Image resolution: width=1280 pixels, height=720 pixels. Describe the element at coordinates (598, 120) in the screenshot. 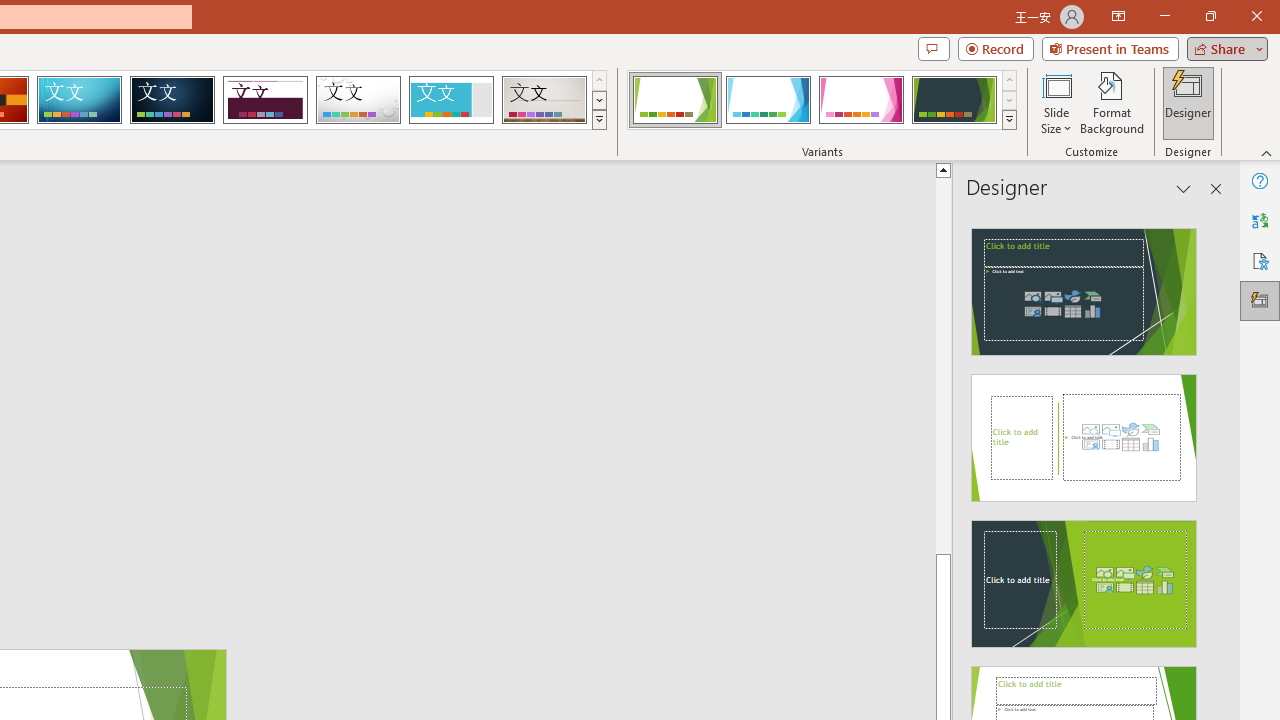

I see `'Themes'` at that location.